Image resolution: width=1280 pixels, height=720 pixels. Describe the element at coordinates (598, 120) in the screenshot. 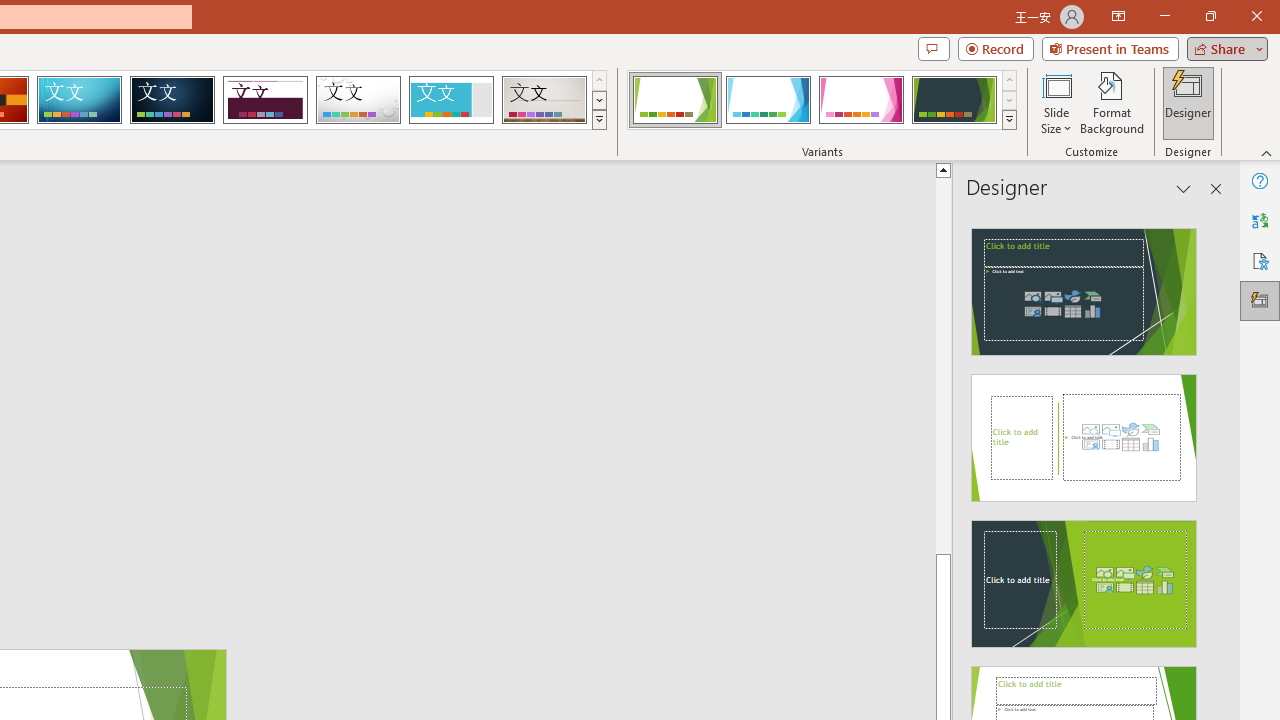

I see `'Themes'` at that location.